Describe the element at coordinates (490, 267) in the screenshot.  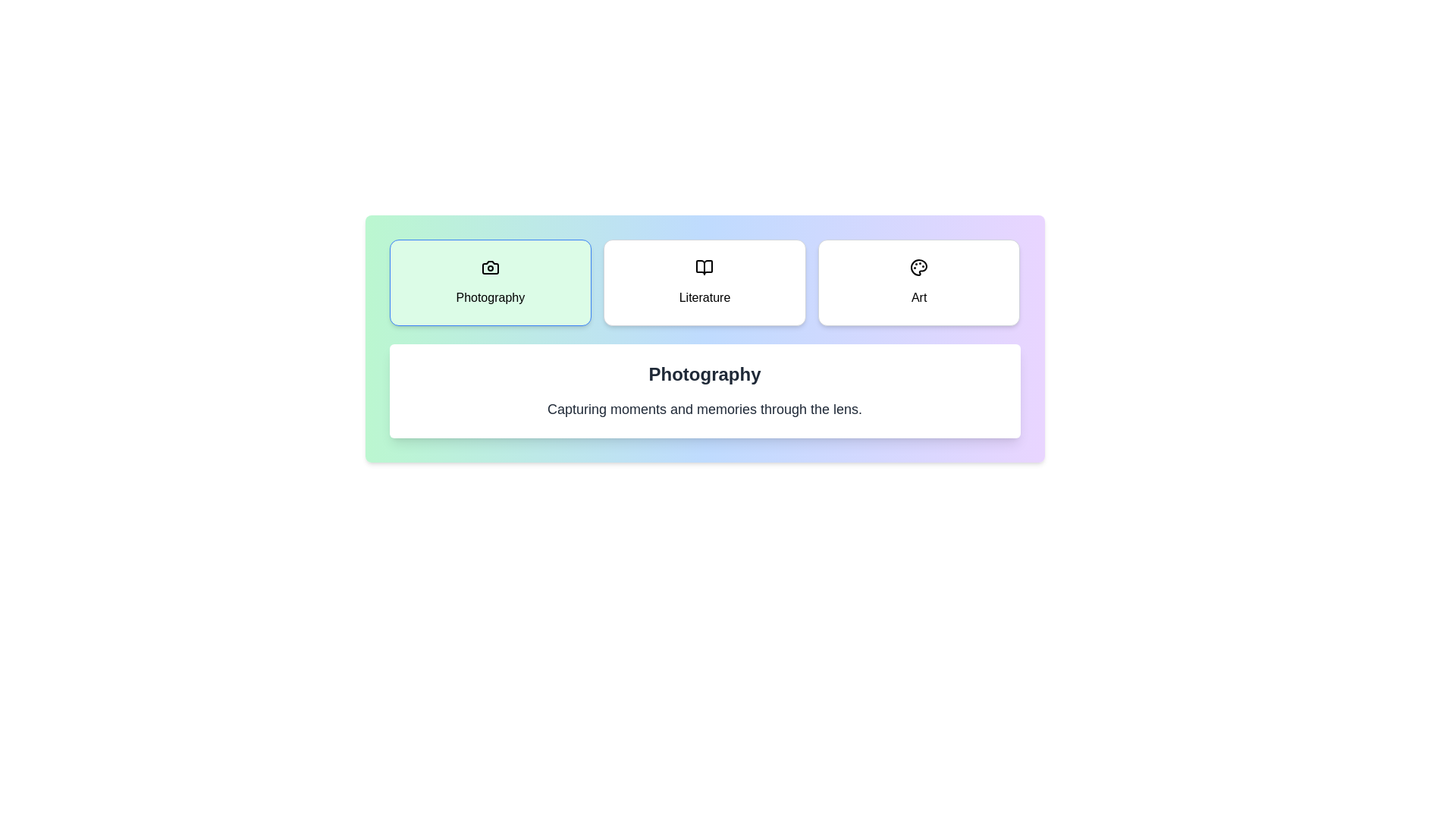
I see `the camera icon located in the top-left section of the interface` at that location.